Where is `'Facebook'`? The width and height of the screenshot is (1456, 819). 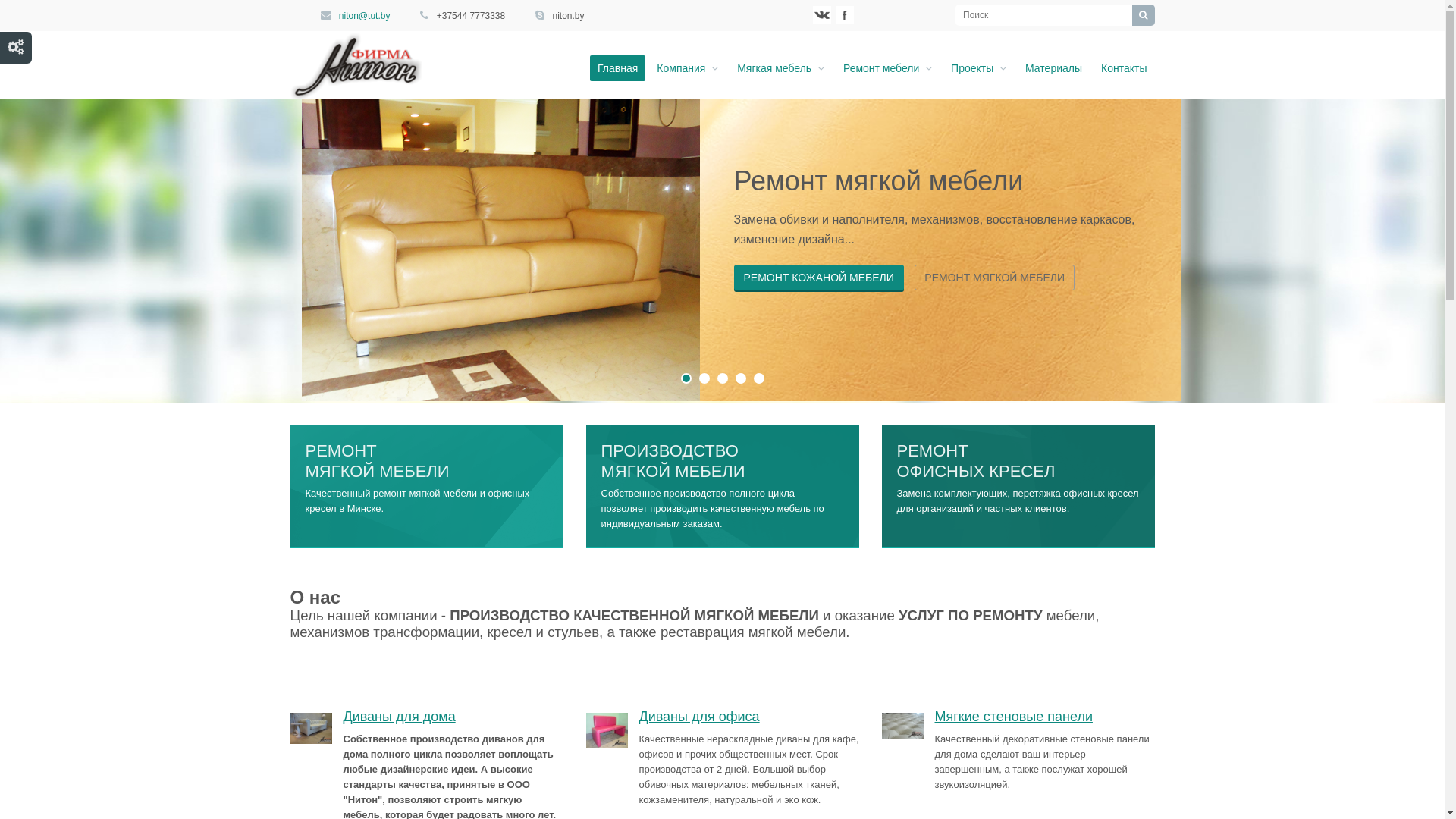 'Facebook' is located at coordinates (835, 14).